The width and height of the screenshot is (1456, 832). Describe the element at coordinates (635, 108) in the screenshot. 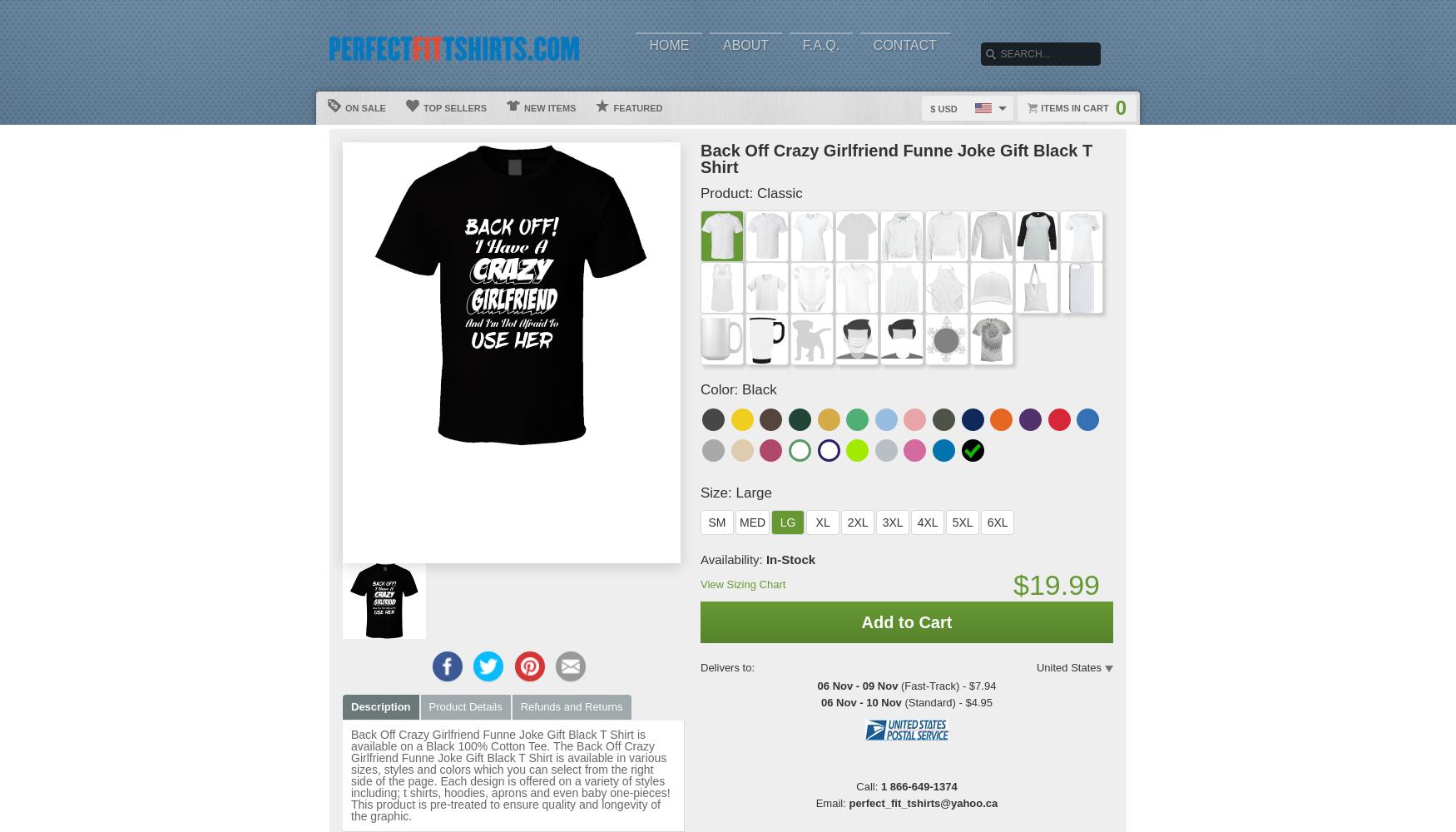

I see `'Featured'` at that location.